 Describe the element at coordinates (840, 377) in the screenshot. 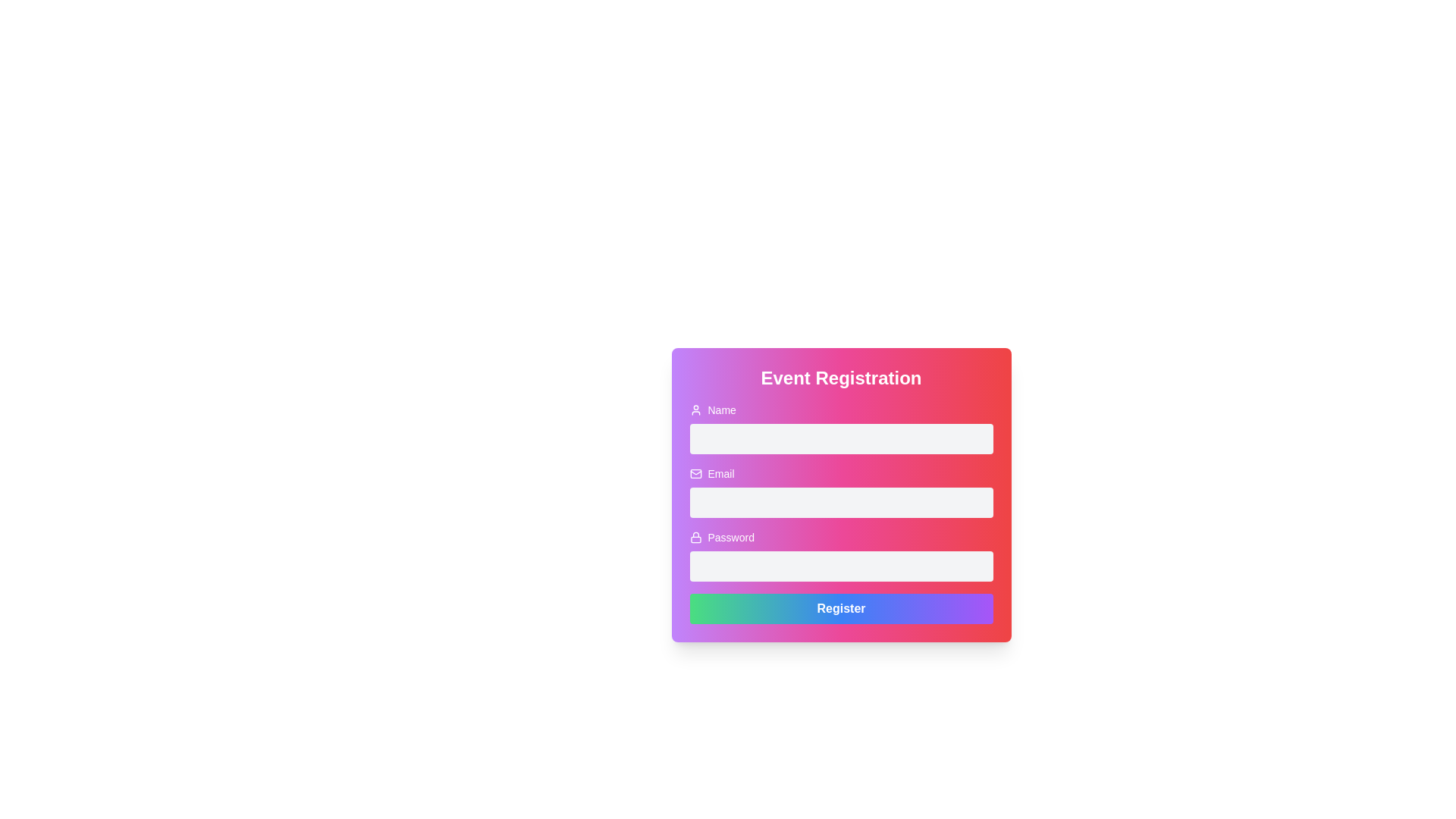

I see `prominently styled header with the text 'Event Registration' that is centered at the top of the form section, above the fields labeled 'Name', 'Email', and 'Password'` at that location.